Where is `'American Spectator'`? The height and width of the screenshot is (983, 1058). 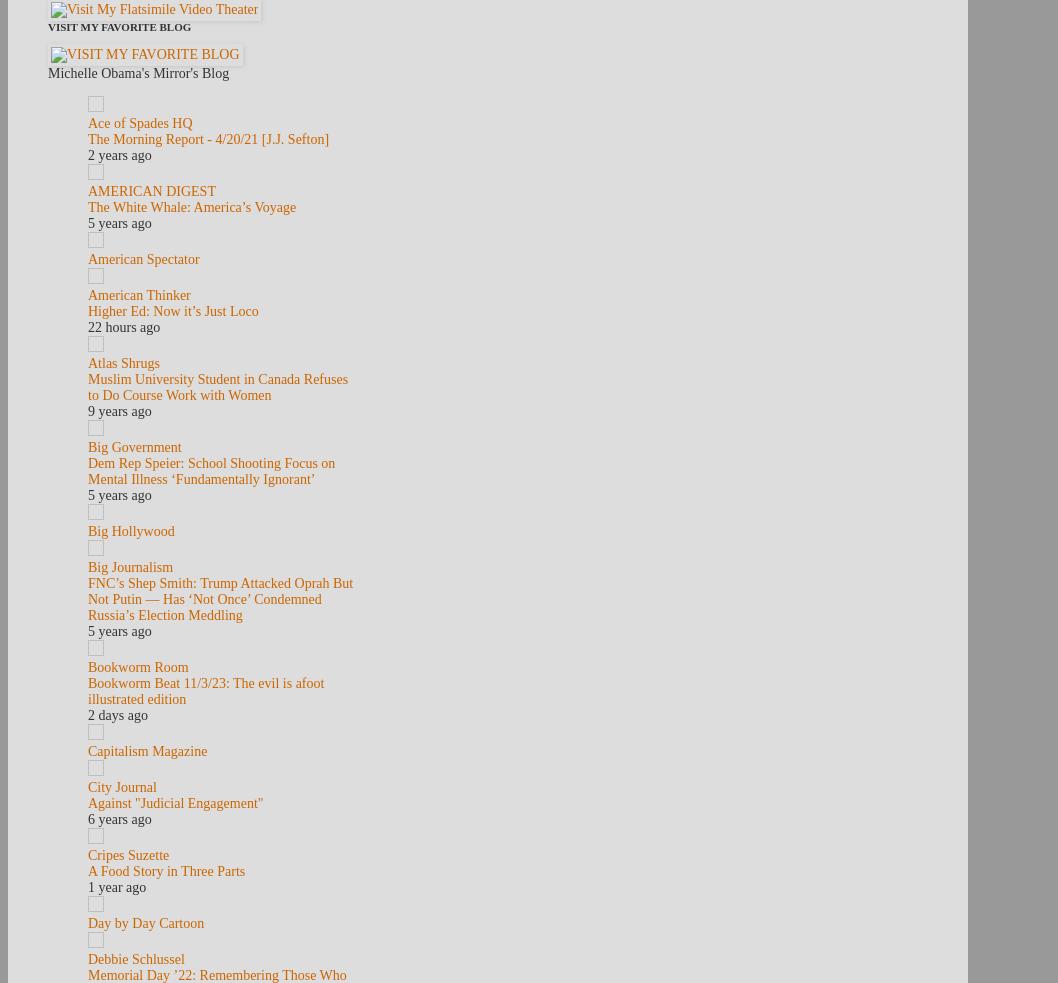
'American Spectator' is located at coordinates (88, 259).